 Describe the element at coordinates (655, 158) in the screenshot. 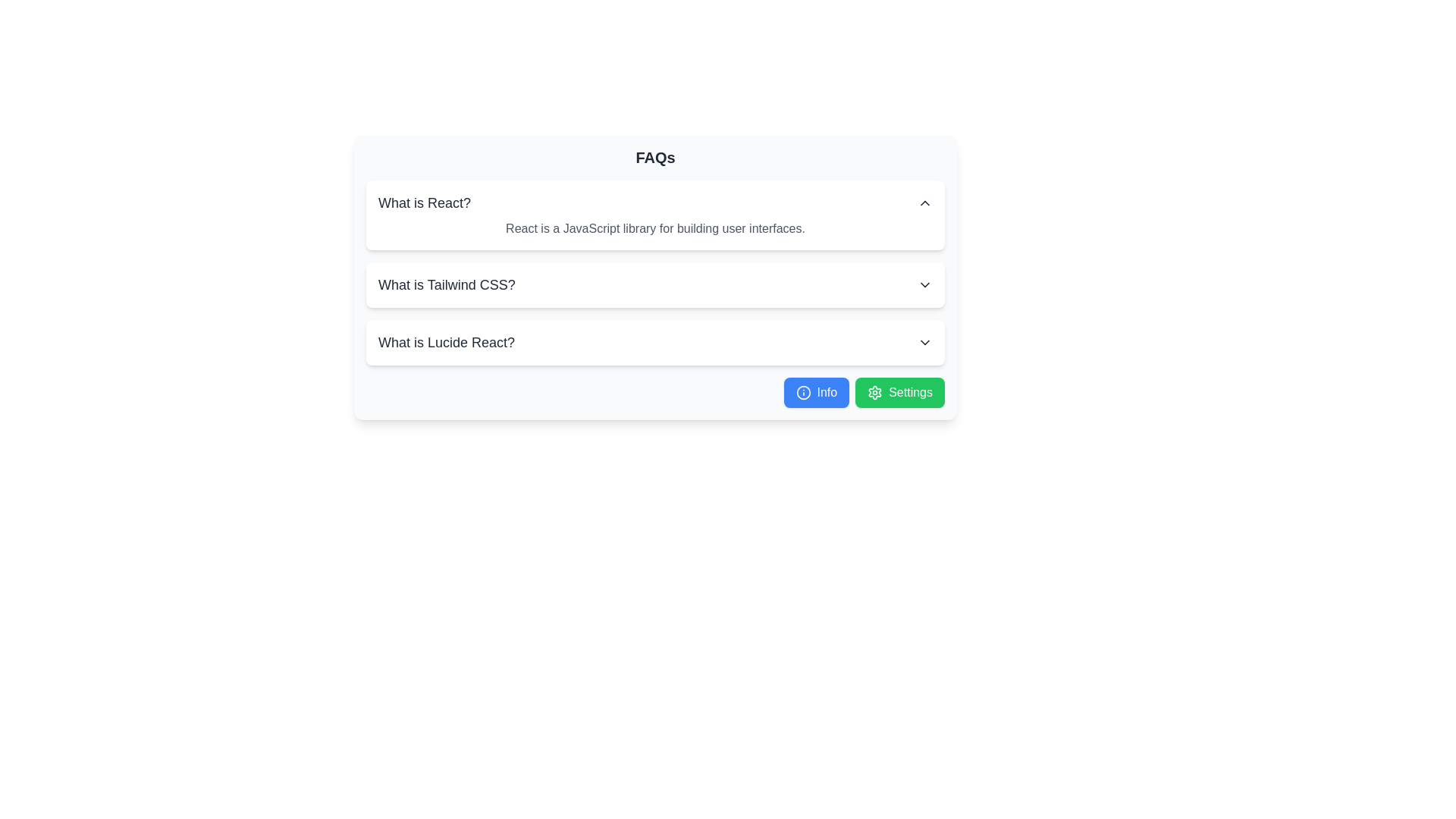

I see `the text heading labeled 'FAQs', which is styled in bold with a larger font size and dark gray color, positioned above a list of elements in the FAQ section` at that location.